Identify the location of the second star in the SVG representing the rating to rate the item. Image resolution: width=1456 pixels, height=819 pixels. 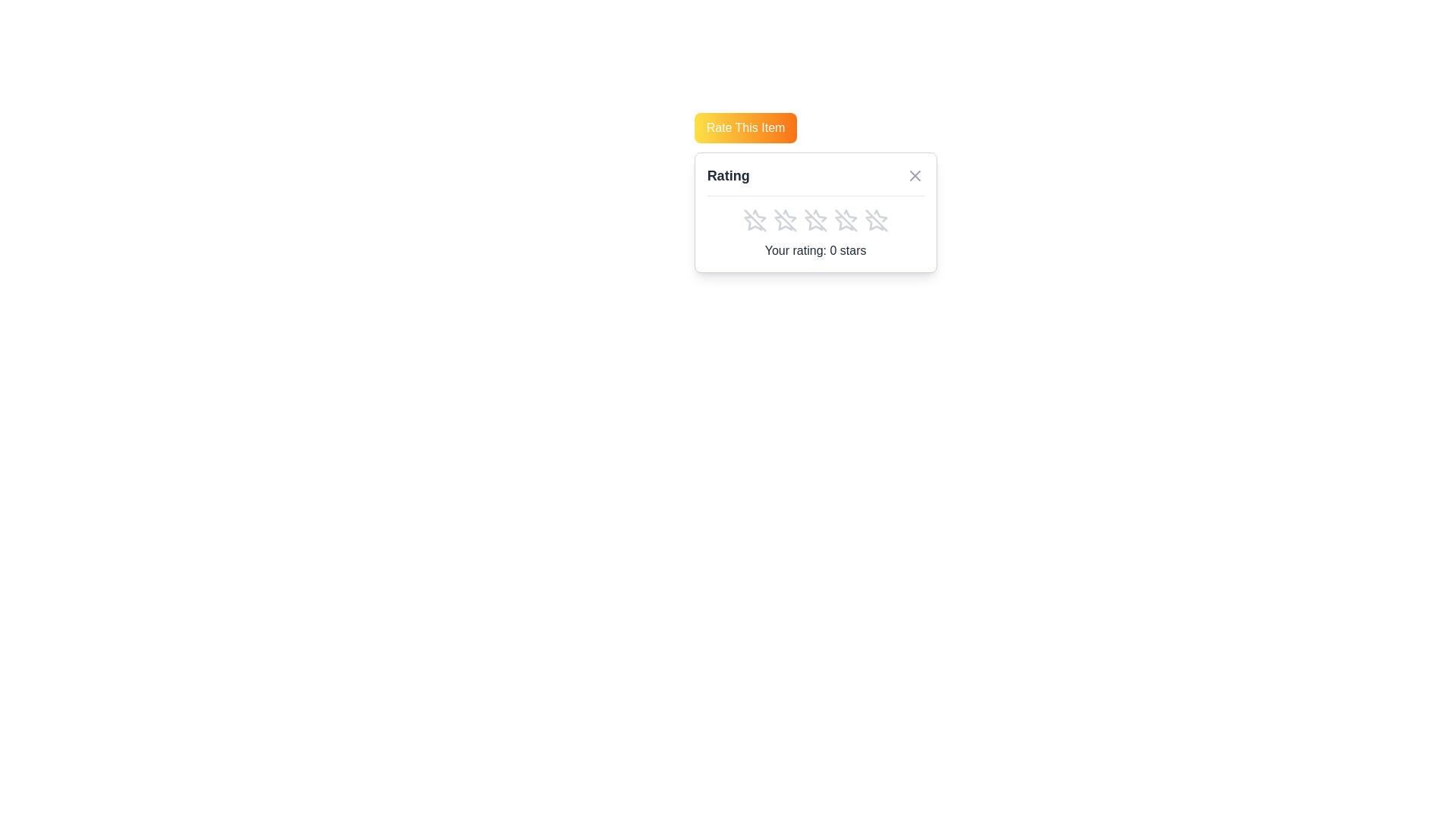
(789, 215).